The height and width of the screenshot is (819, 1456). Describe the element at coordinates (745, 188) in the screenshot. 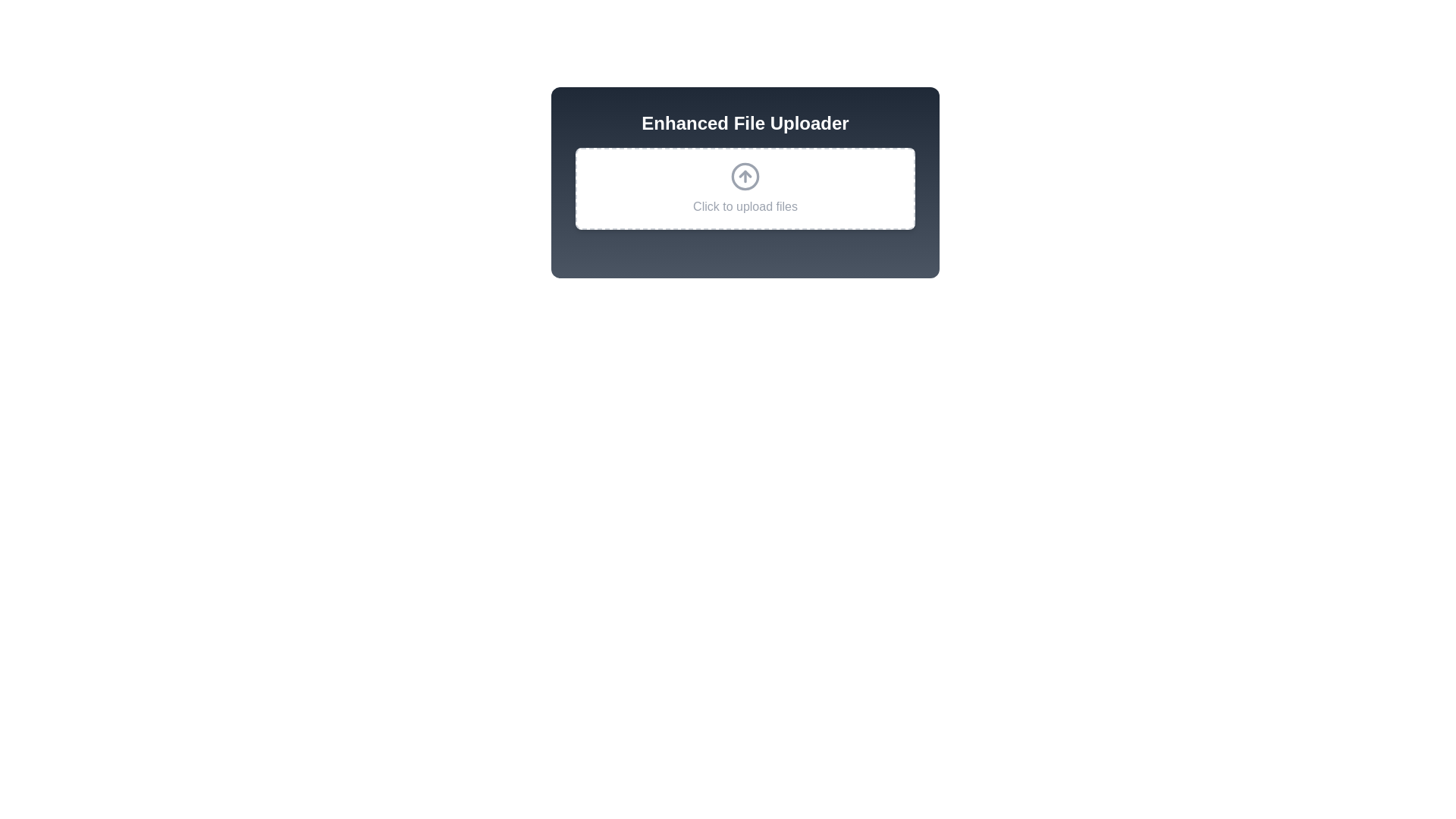

I see `the clickable file upload region, which is a white rectangular area with rounded corners and dashed gray borders` at that location.